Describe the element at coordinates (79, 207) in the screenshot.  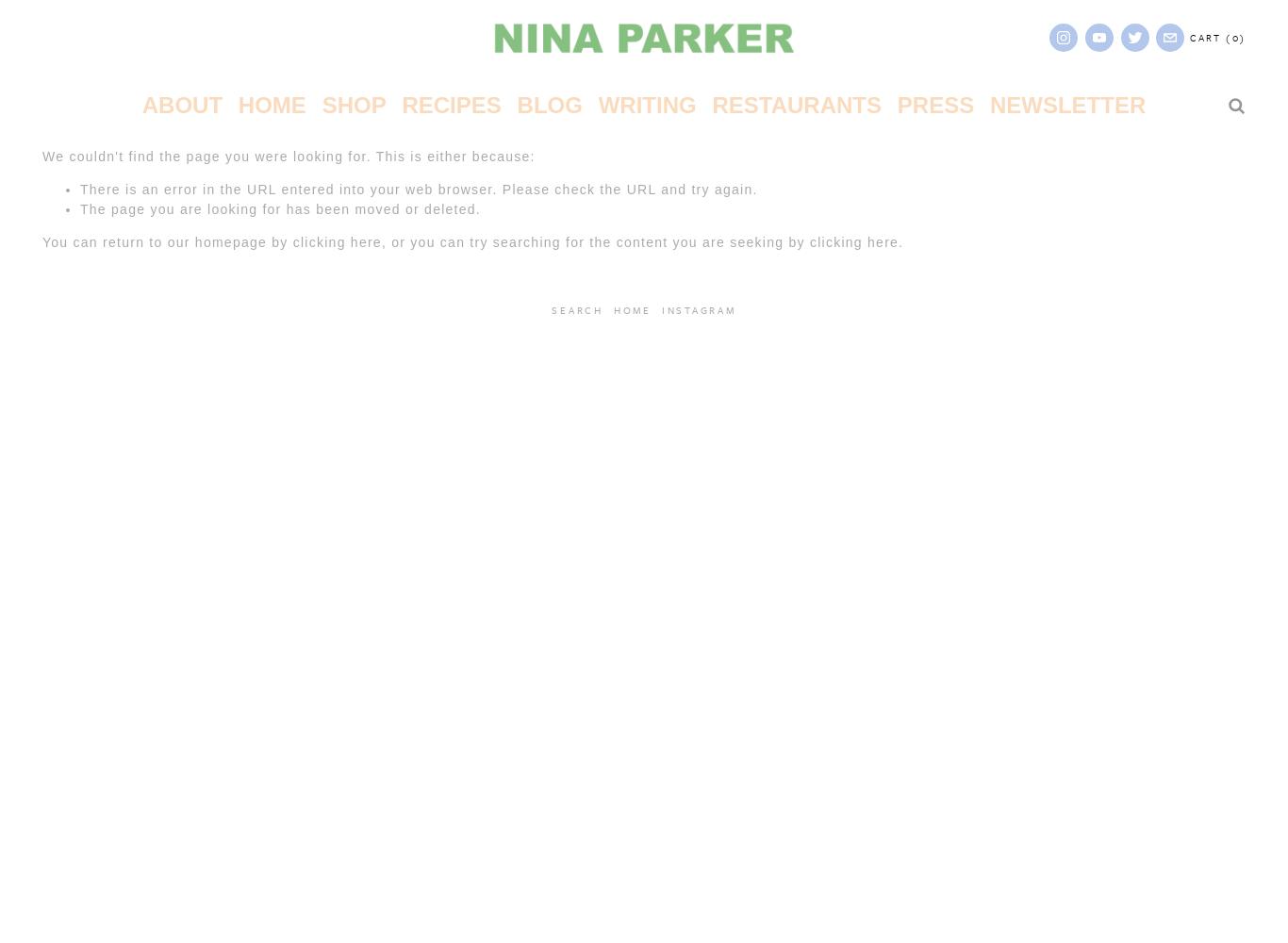
I see `'The page you are looking for has been moved or deleted.'` at that location.